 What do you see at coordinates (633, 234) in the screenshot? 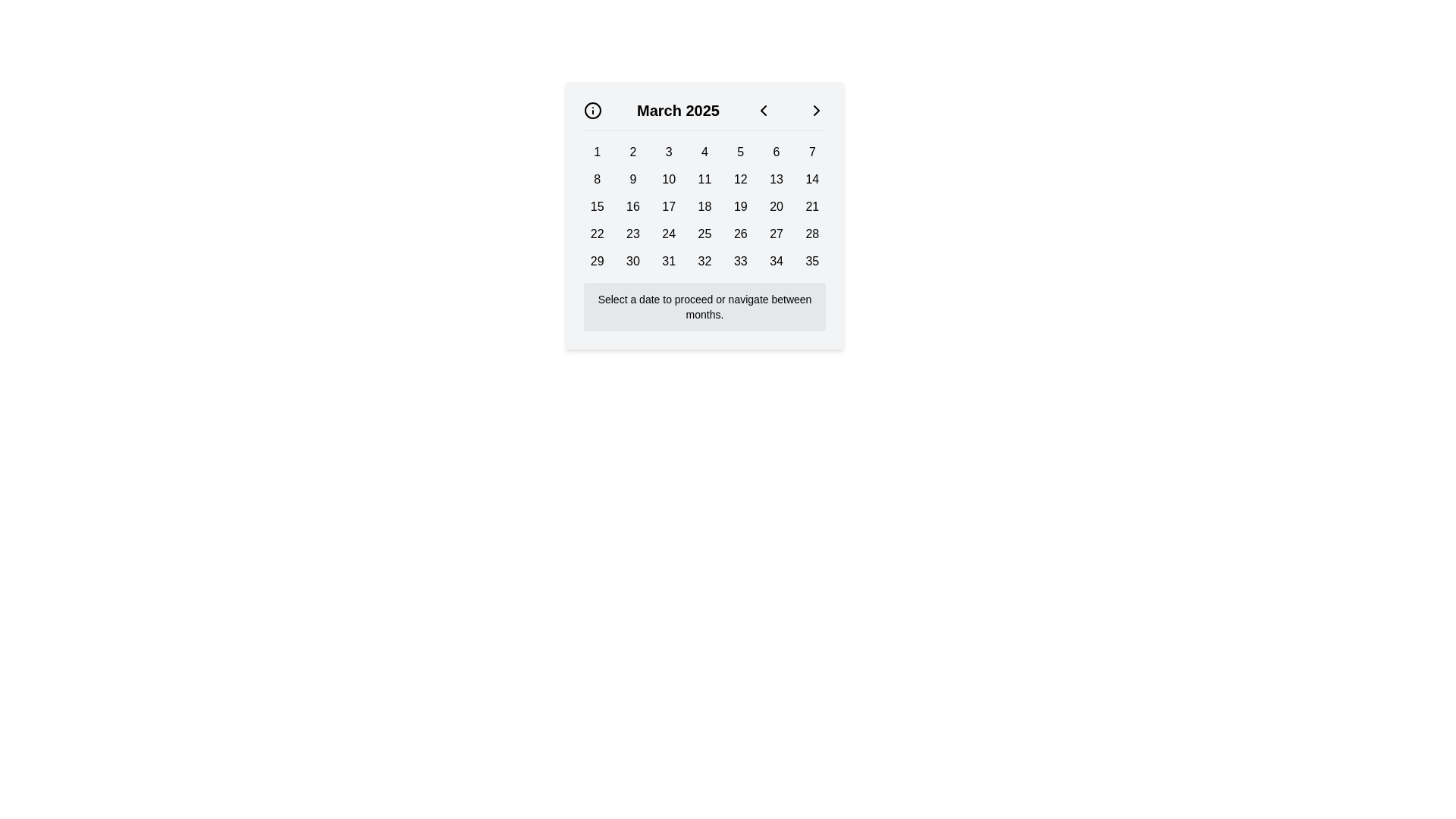
I see `the button representing the date 23rd in the calendar interface` at bounding box center [633, 234].